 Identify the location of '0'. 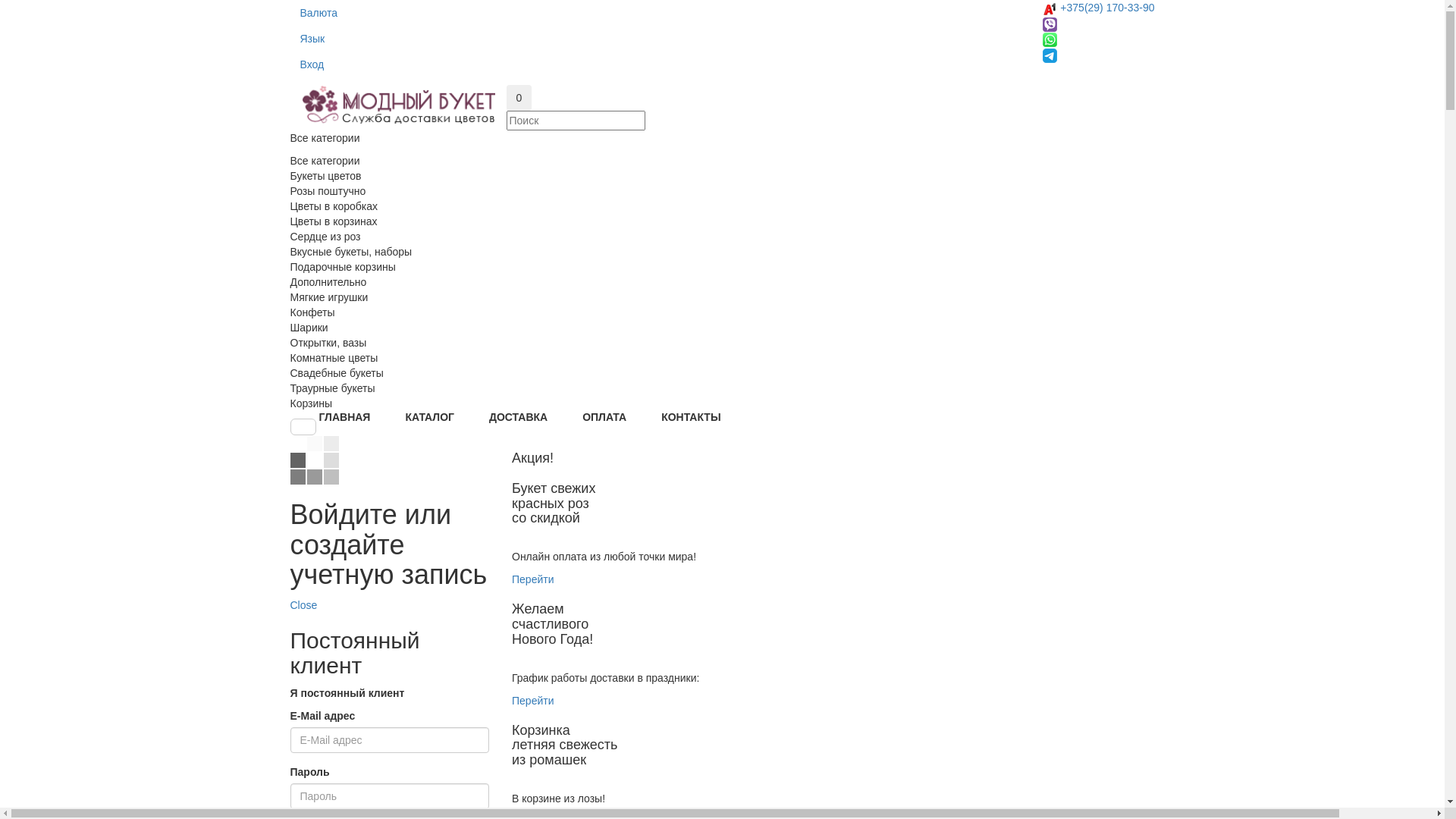
(506, 97).